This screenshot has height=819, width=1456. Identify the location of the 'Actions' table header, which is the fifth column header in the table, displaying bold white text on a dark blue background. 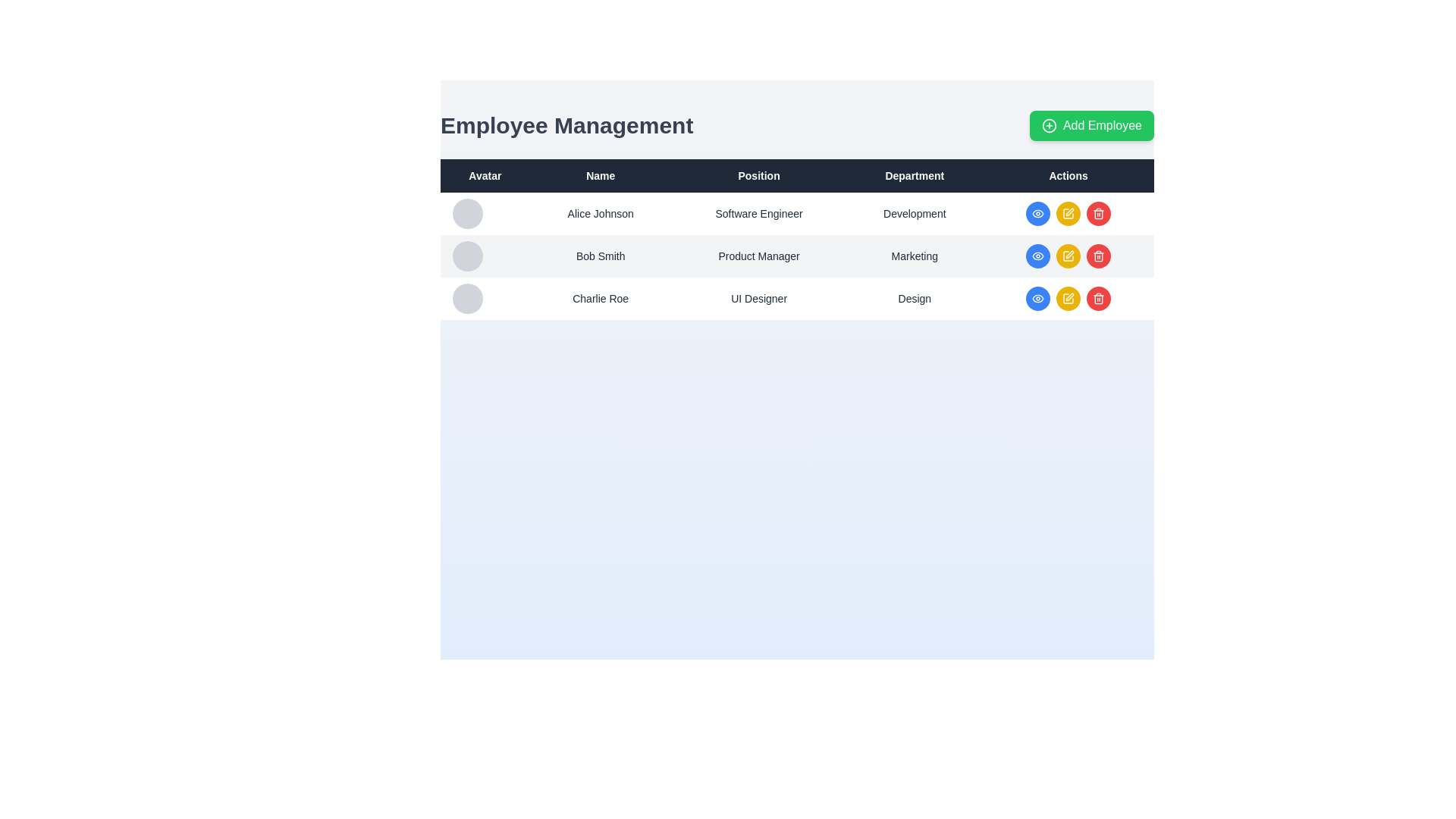
(1068, 174).